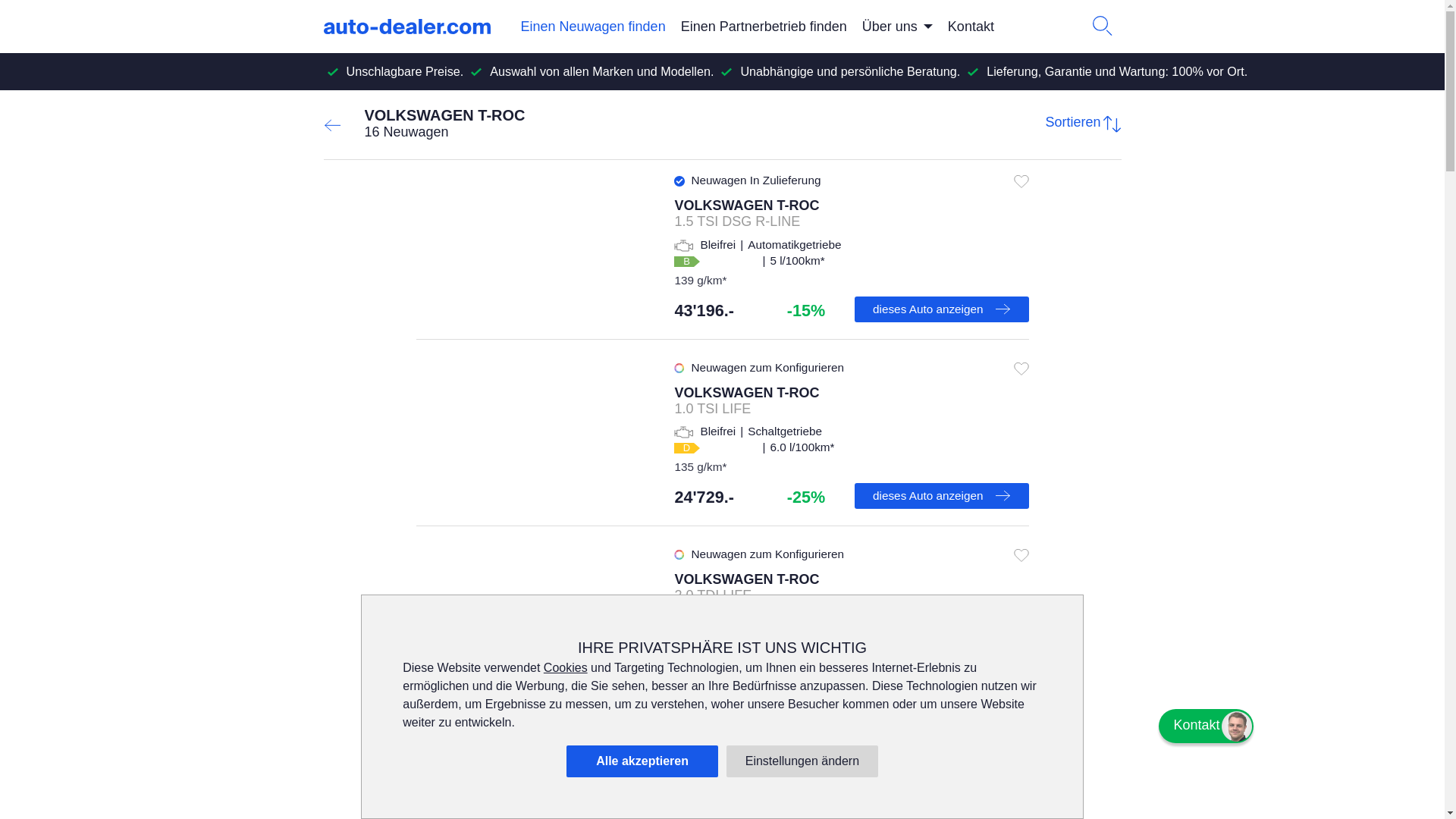 The image size is (1456, 819). Describe the element at coordinates (404, 71) in the screenshot. I see `'Unschlagbare Preise.'` at that location.